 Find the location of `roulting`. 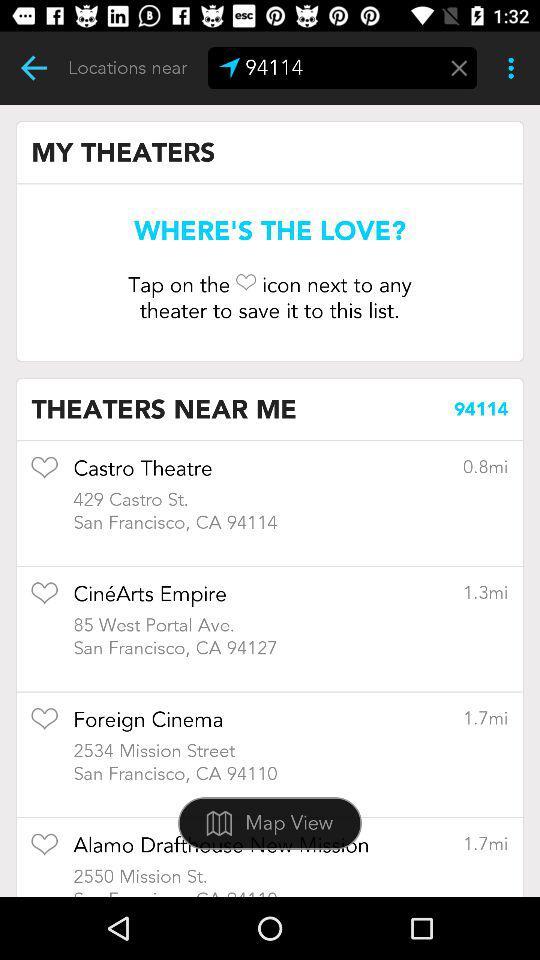

roulting is located at coordinates (33, 68).